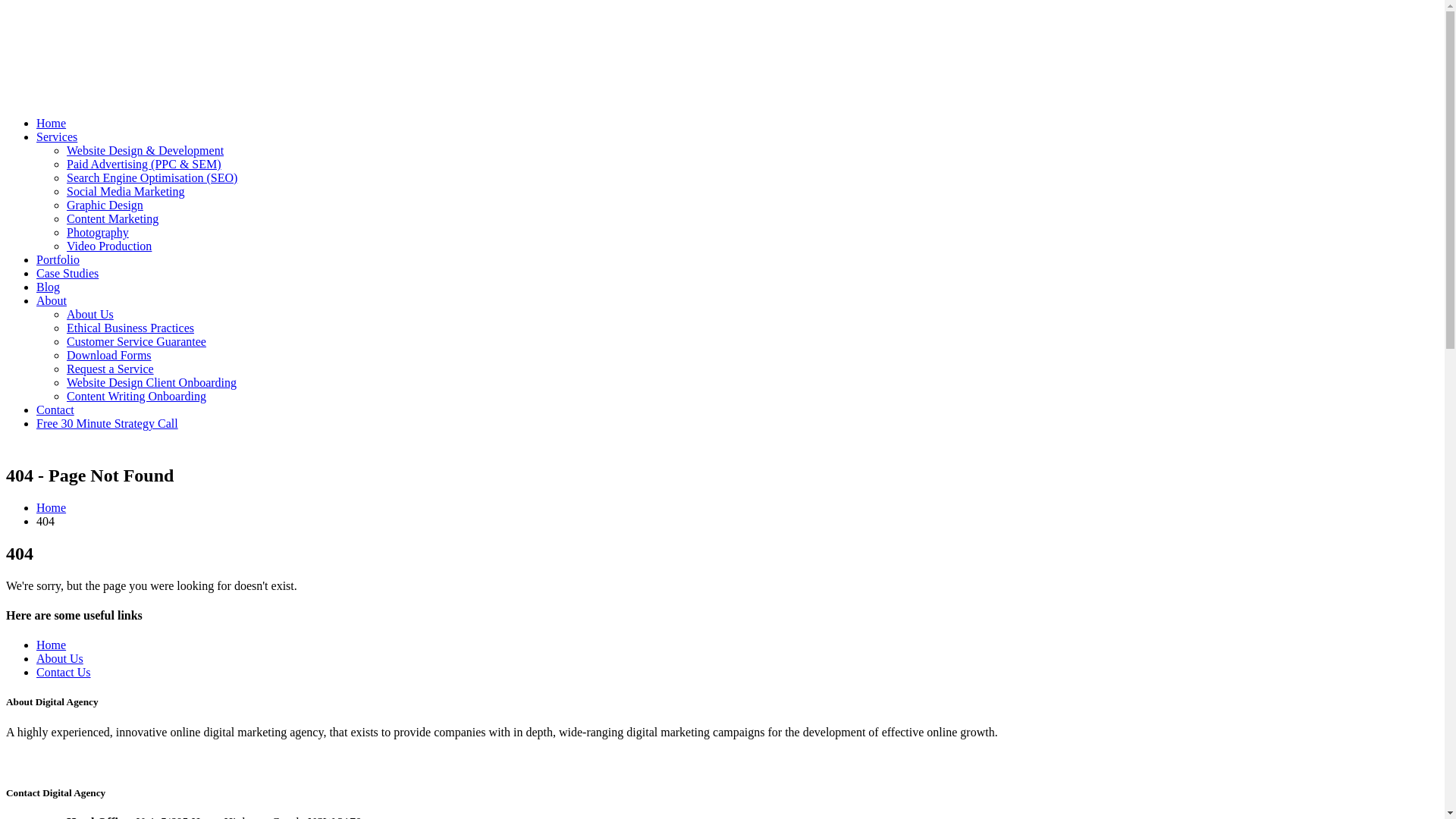  I want to click on 'Free 30 Minute Strategy Call', so click(106, 423).